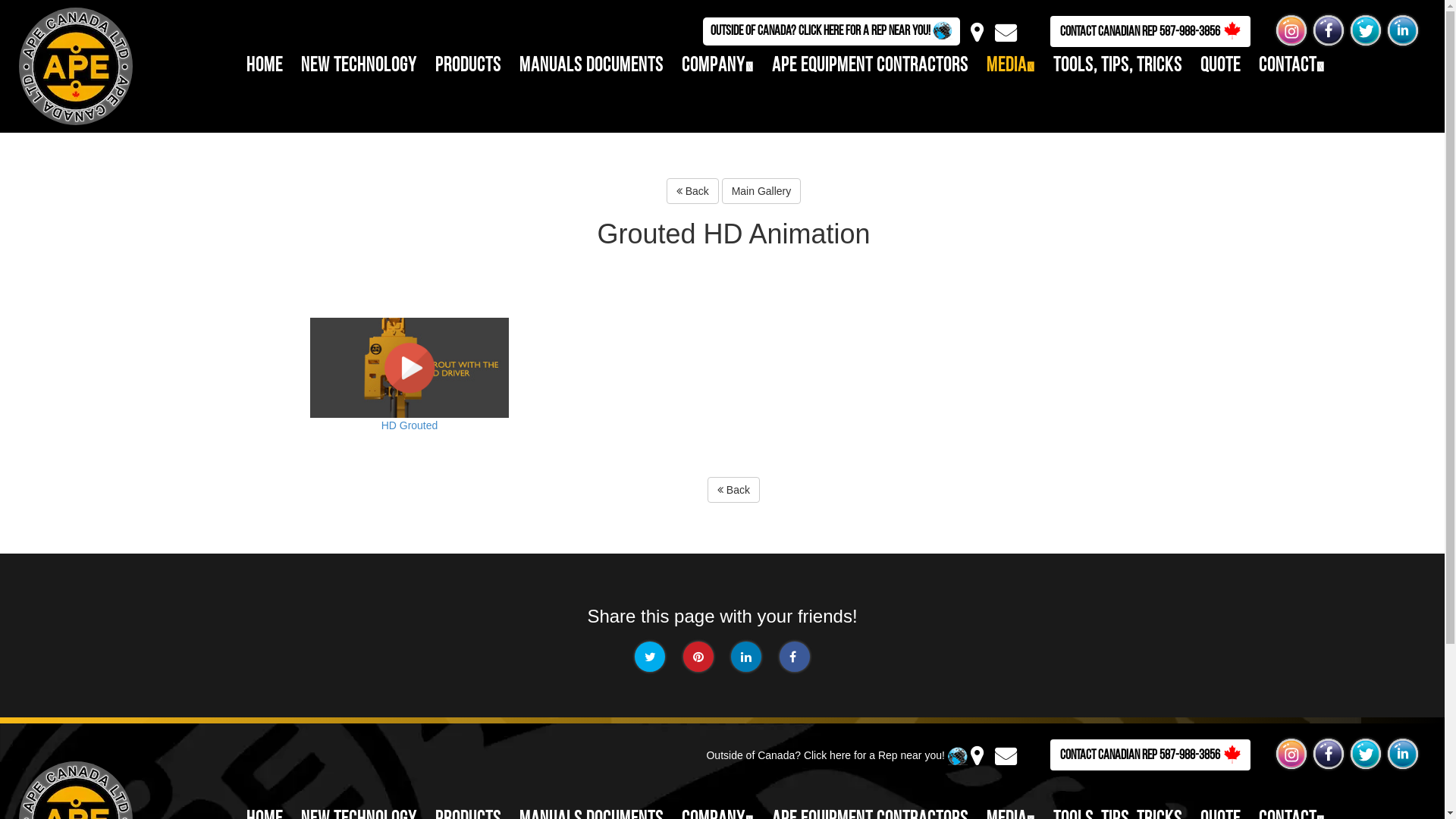 The image size is (1456, 819). I want to click on 'Follow us on Facebook', so click(1328, 30).